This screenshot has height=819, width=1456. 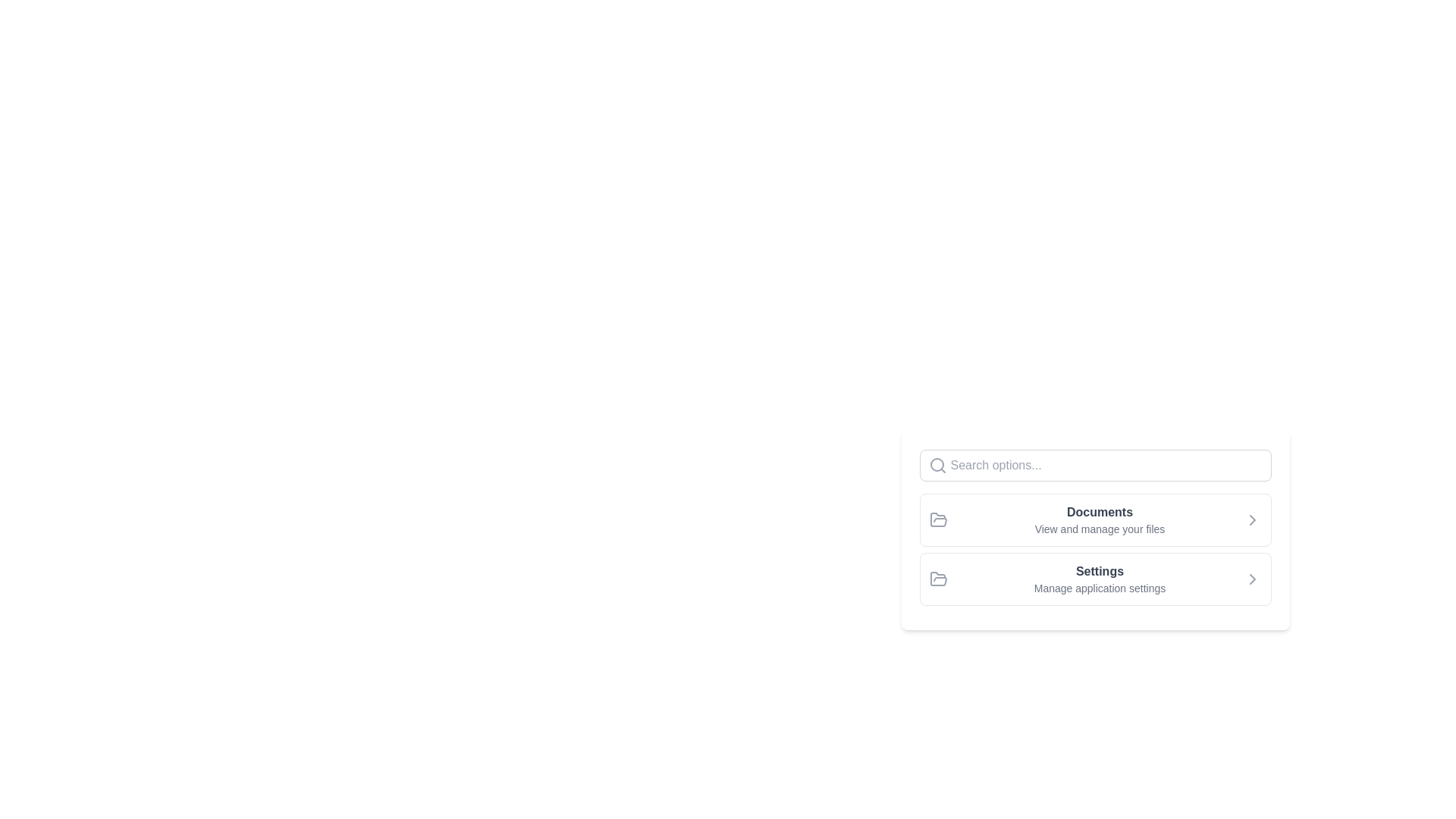 I want to click on the static text label displaying the phrase 'Manage application settings', which is located beneath the bold title 'Settings', so click(x=1100, y=587).